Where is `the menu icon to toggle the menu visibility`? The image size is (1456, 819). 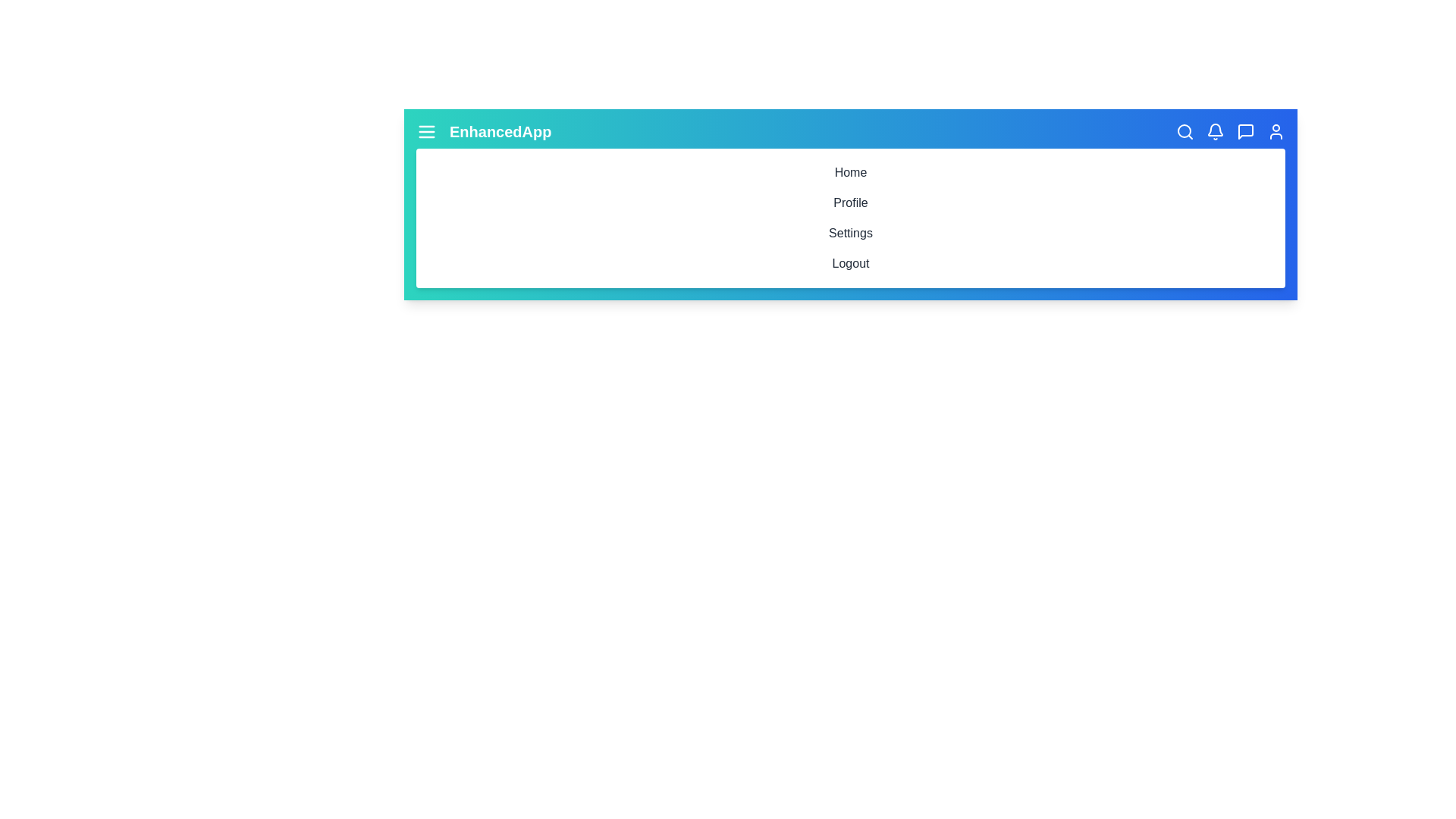
the menu icon to toggle the menu visibility is located at coordinates (425, 130).